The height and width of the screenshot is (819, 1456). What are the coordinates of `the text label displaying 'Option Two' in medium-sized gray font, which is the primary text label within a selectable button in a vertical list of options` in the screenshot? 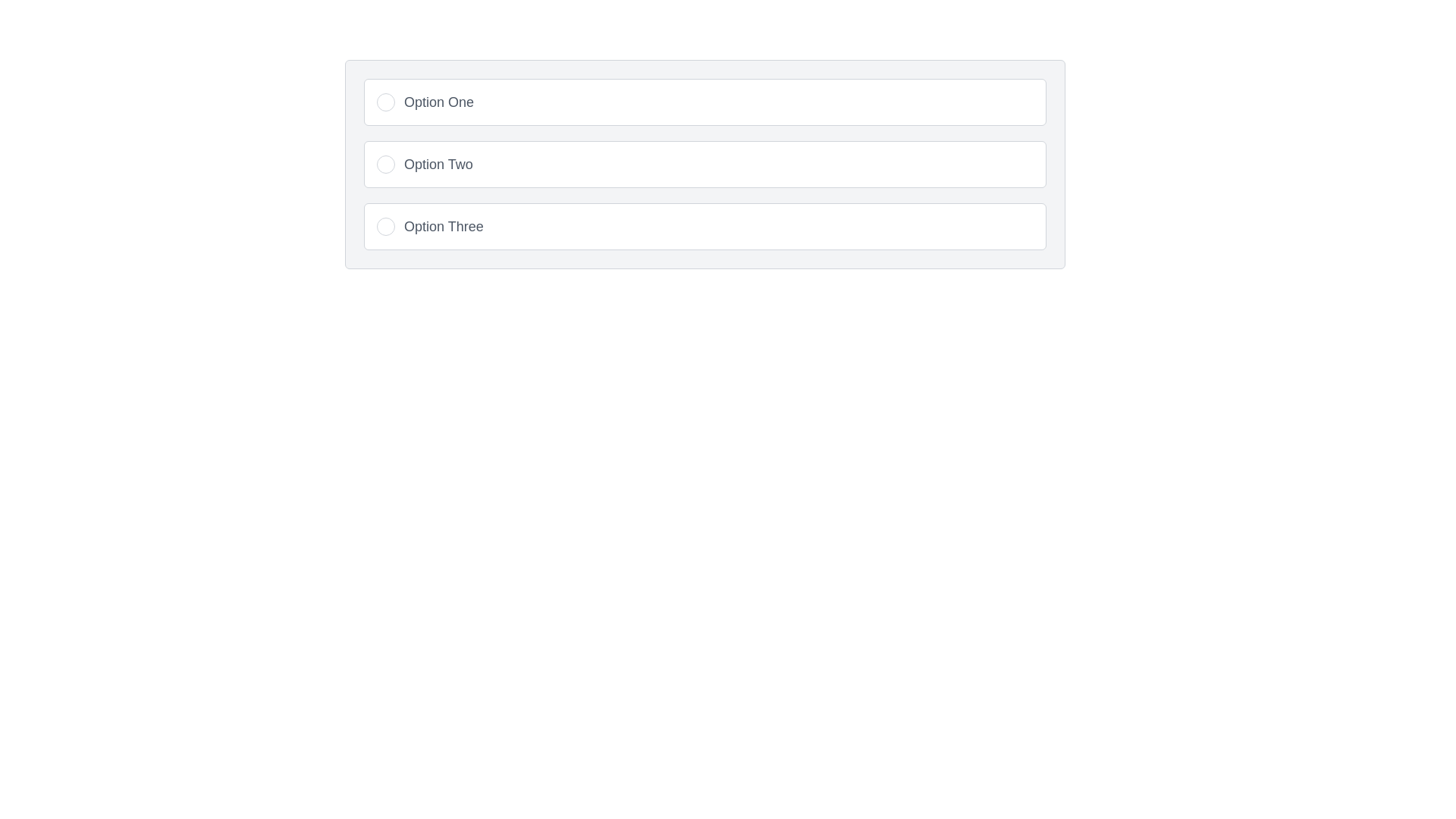 It's located at (438, 164).